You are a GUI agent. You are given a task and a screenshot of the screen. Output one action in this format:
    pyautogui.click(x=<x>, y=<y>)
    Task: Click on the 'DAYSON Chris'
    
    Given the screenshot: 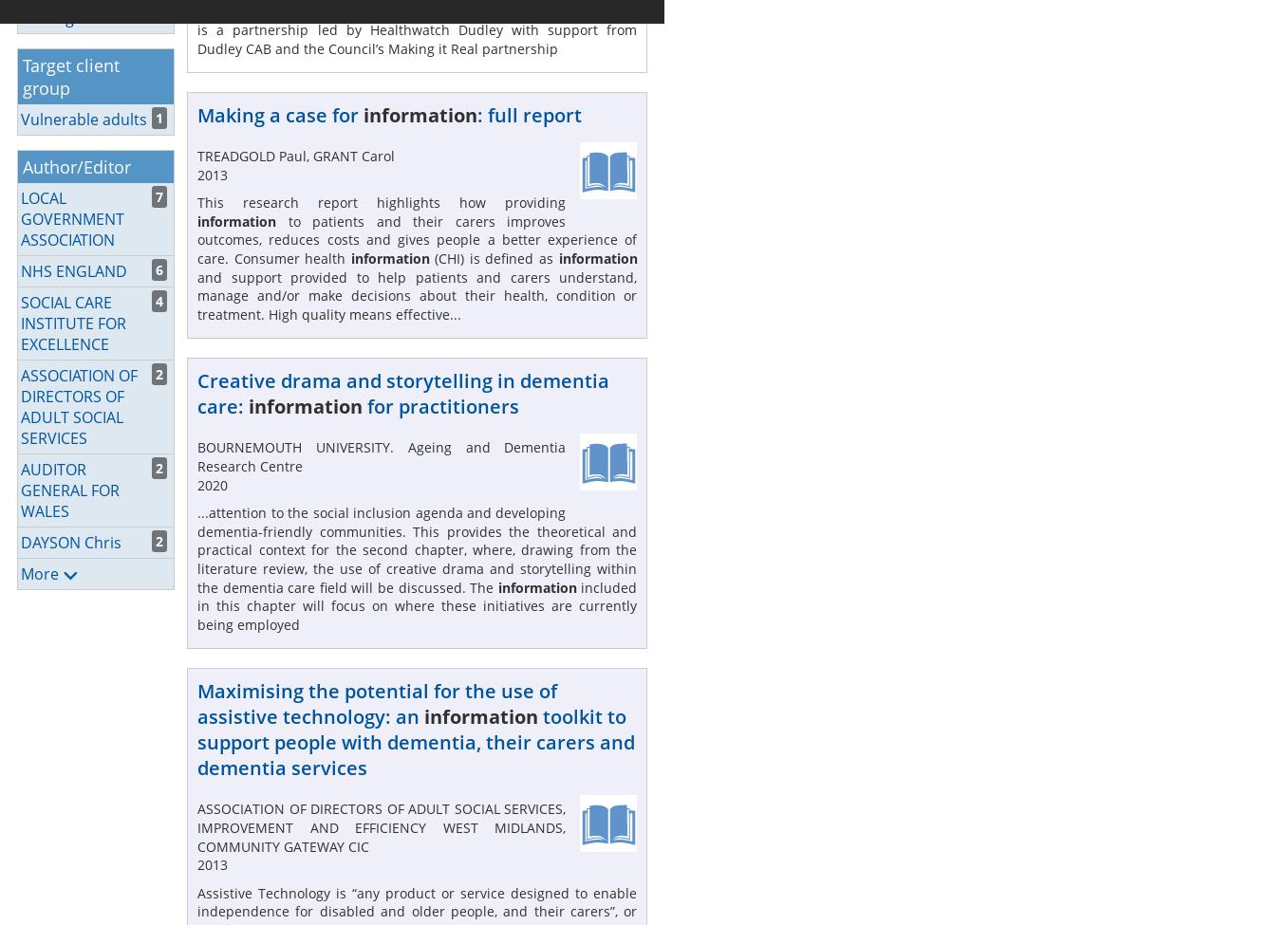 What is the action you would take?
    pyautogui.click(x=69, y=540)
    